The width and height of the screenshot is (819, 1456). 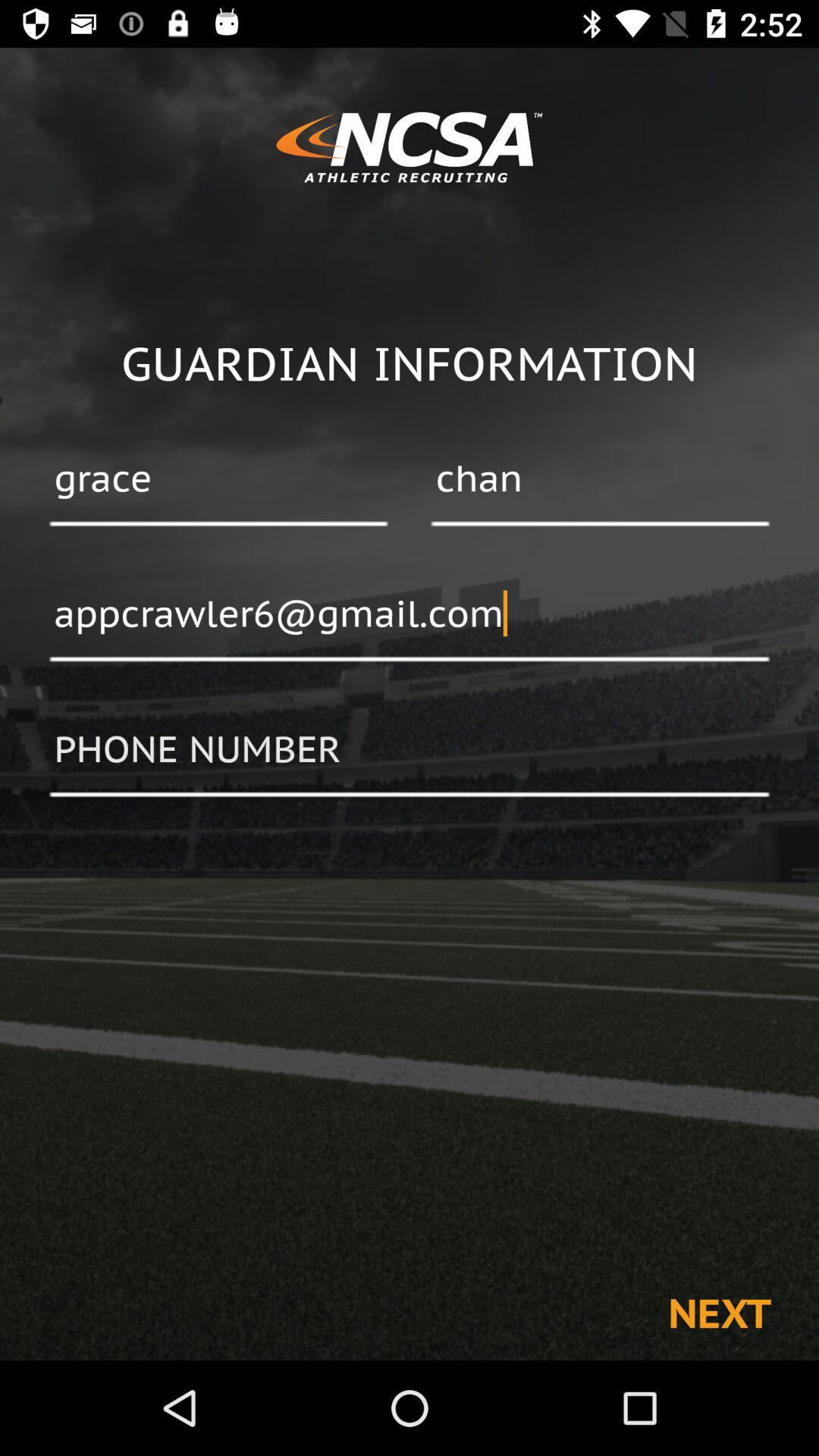 What do you see at coordinates (599, 479) in the screenshot?
I see `the item next to grace` at bounding box center [599, 479].